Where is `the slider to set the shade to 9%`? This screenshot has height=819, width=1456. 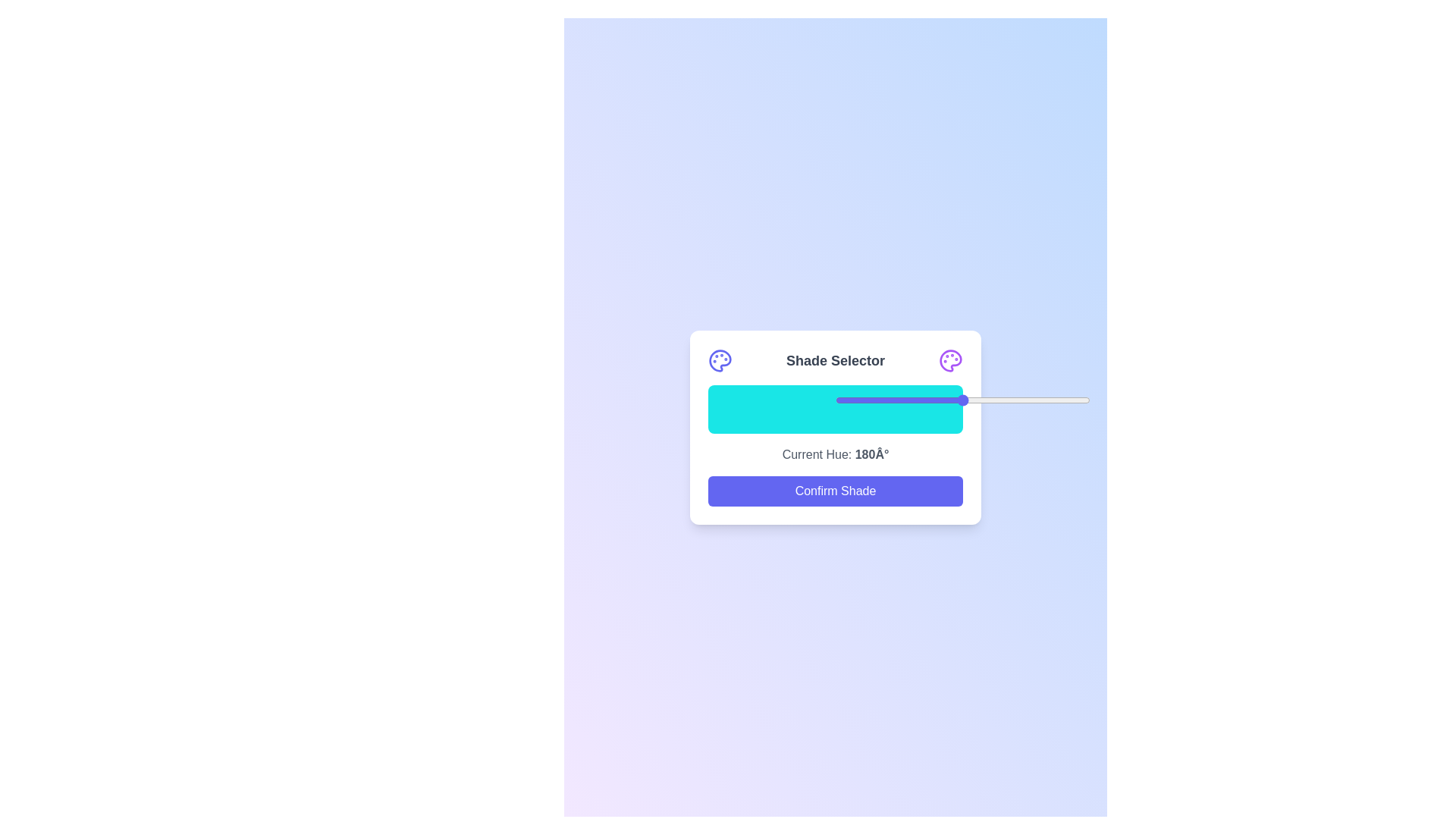 the slider to set the shade to 9% is located at coordinates (858, 400).